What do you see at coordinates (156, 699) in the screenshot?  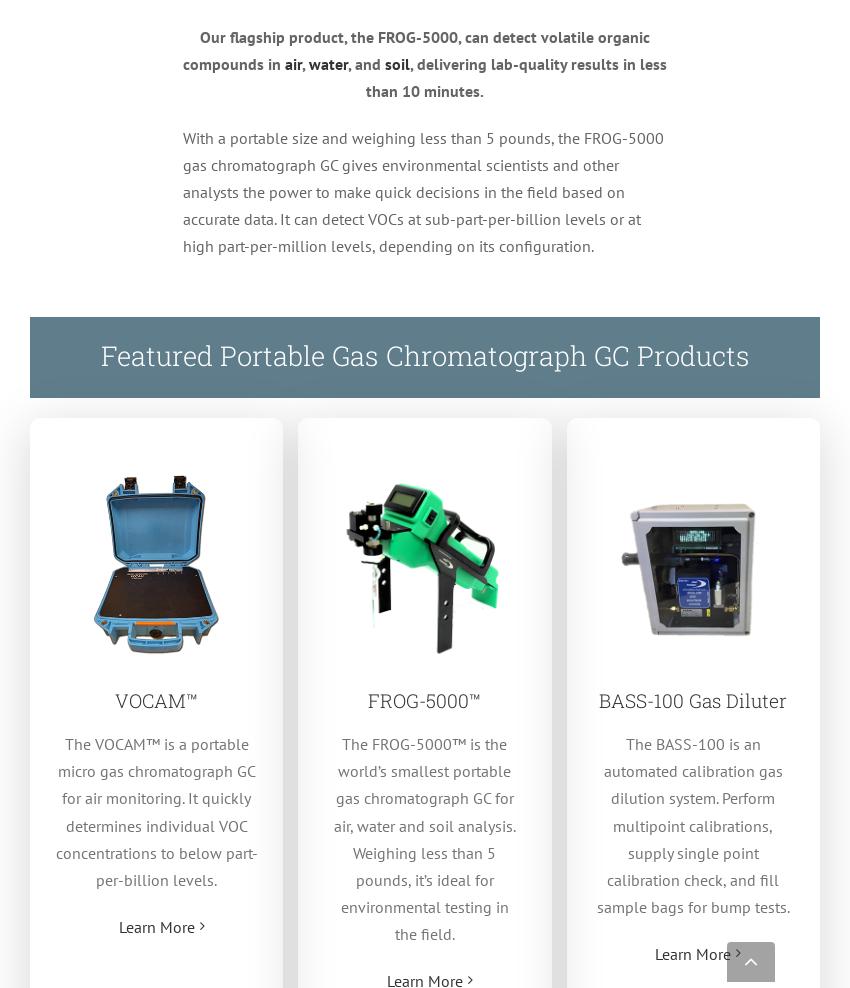 I see `'VOCAM™'` at bounding box center [156, 699].